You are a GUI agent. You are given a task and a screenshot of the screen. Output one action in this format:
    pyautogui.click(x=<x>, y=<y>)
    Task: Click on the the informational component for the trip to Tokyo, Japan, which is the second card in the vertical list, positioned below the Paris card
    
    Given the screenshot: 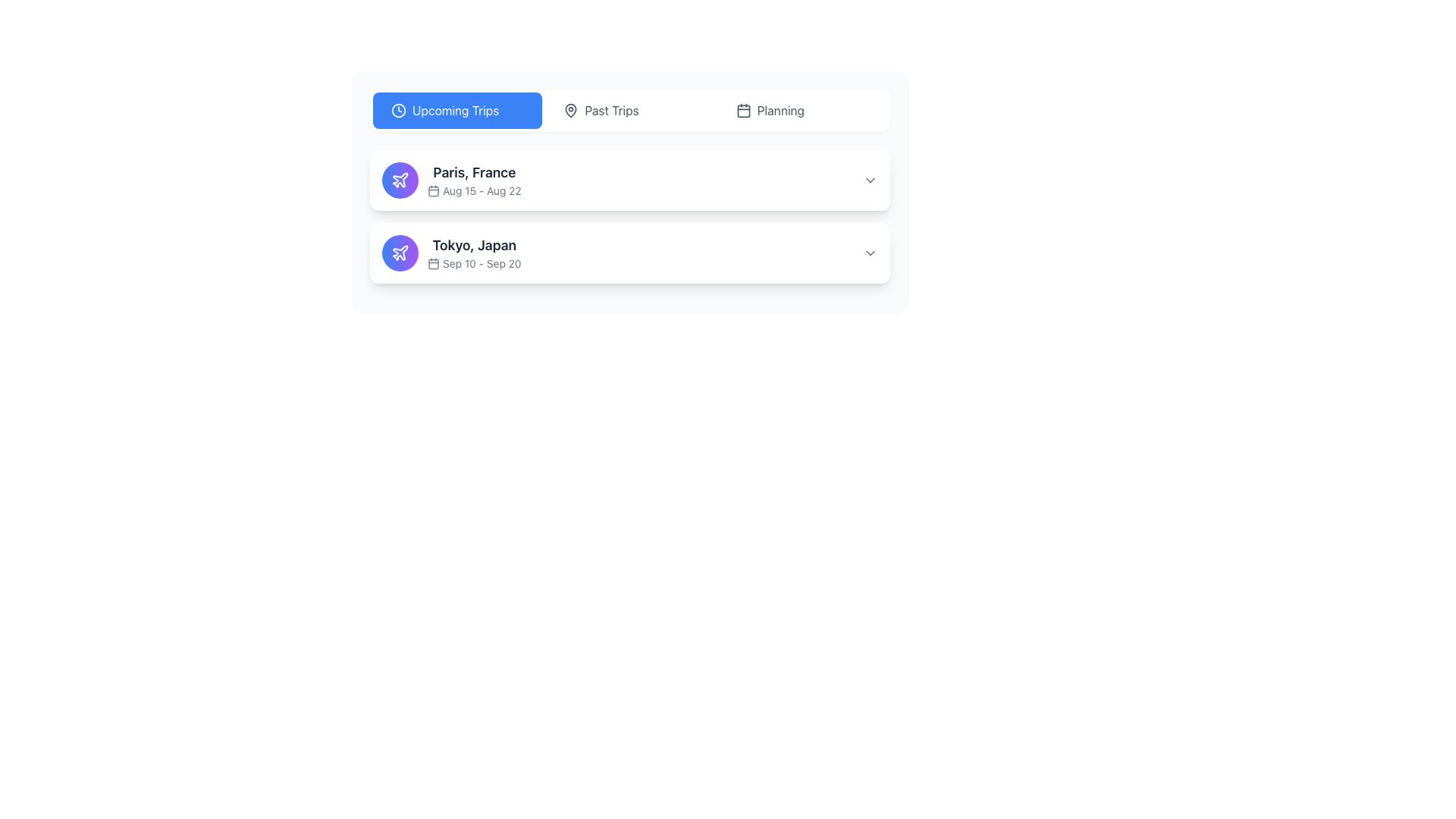 What is the action you would take?
    pyautogui.click(x=473, y=253)
    